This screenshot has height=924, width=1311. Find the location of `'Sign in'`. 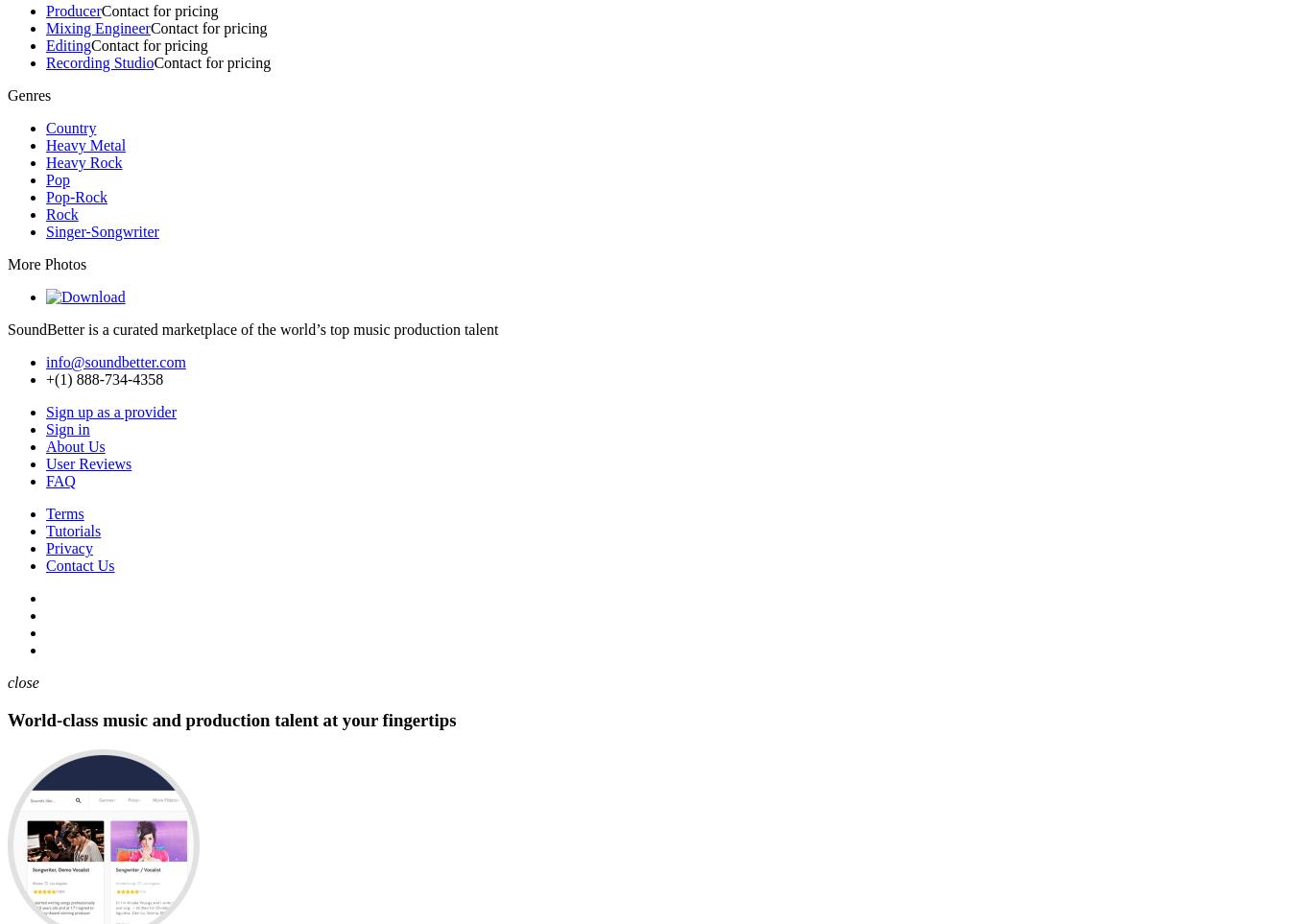

'Sign in' is located at coordinates (67, 428).